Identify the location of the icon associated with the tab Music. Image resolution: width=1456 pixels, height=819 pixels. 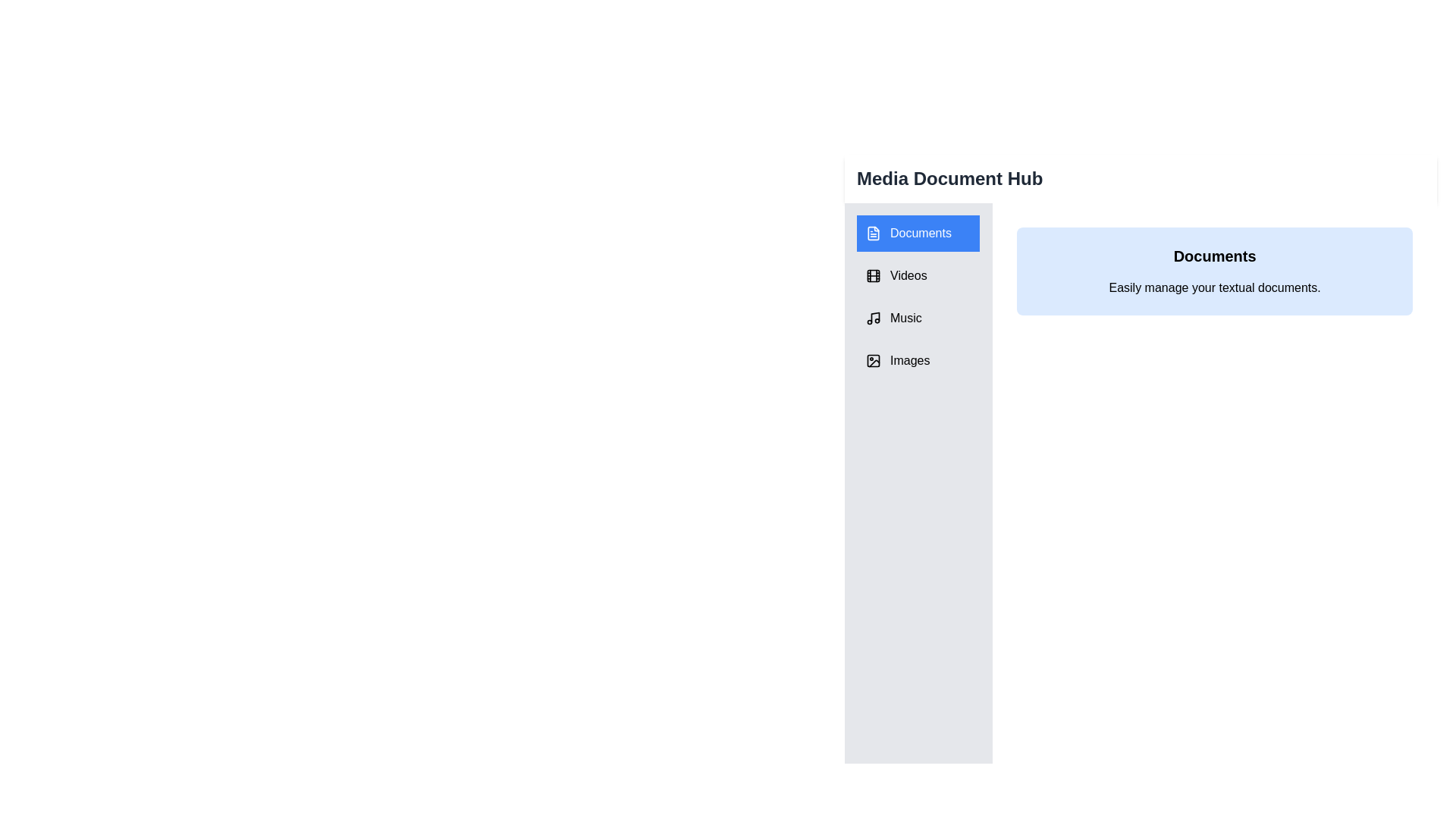
(874, 318).